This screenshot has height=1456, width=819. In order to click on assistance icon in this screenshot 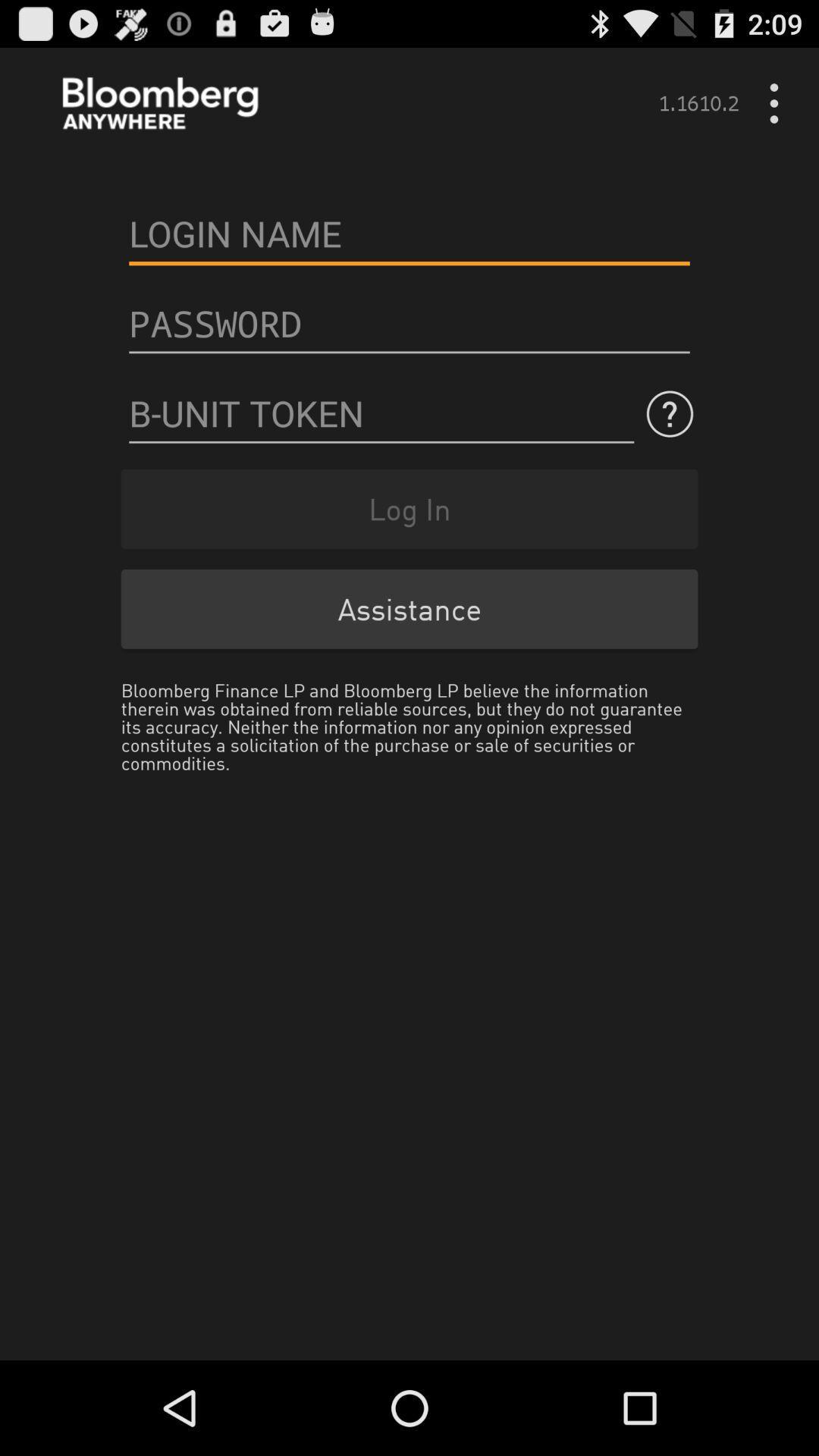, I will do `click(409, 609)`.